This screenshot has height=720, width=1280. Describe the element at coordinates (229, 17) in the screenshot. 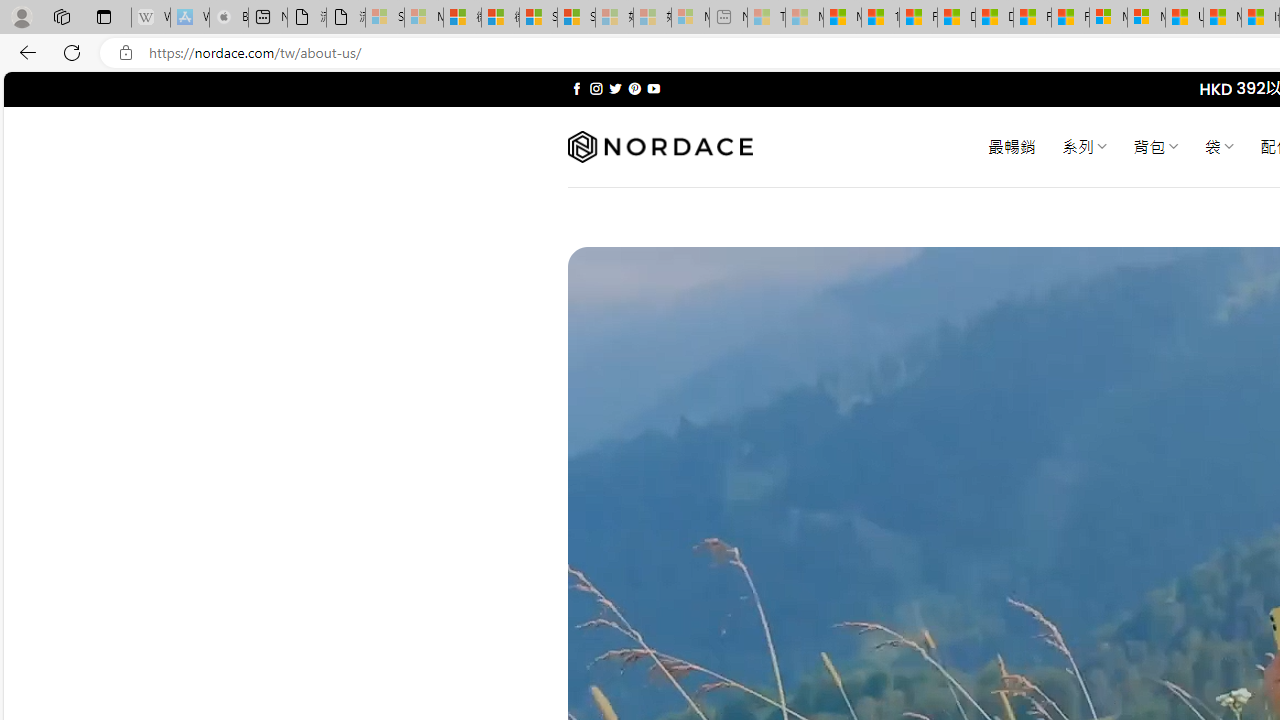

I see `'Buy iPad - Apple - Sleeping'` at that location.